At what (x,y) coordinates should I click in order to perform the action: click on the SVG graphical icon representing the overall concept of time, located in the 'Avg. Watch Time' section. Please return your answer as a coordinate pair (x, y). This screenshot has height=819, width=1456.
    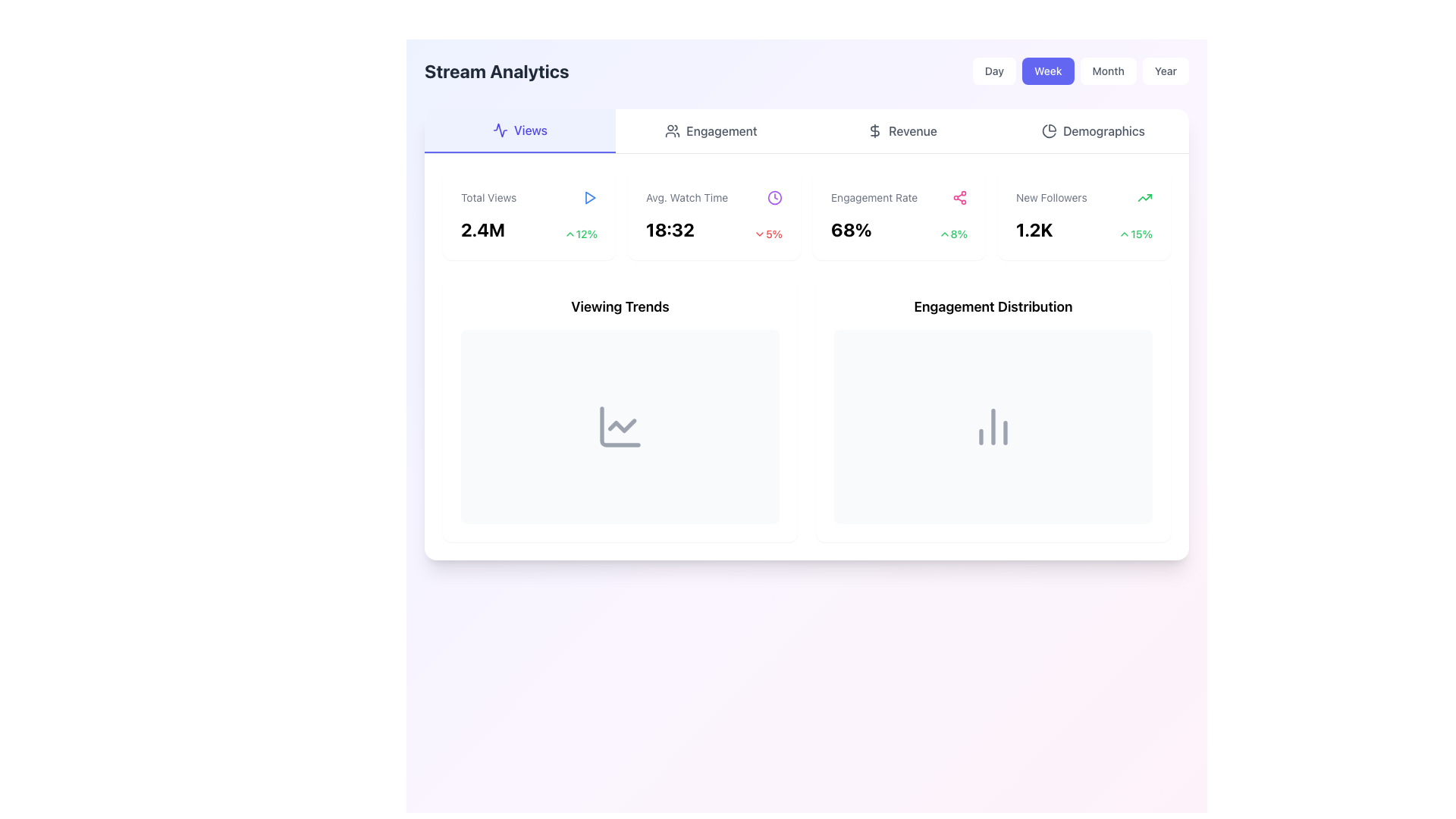
    Looking at the image, I should click on (775, 197).